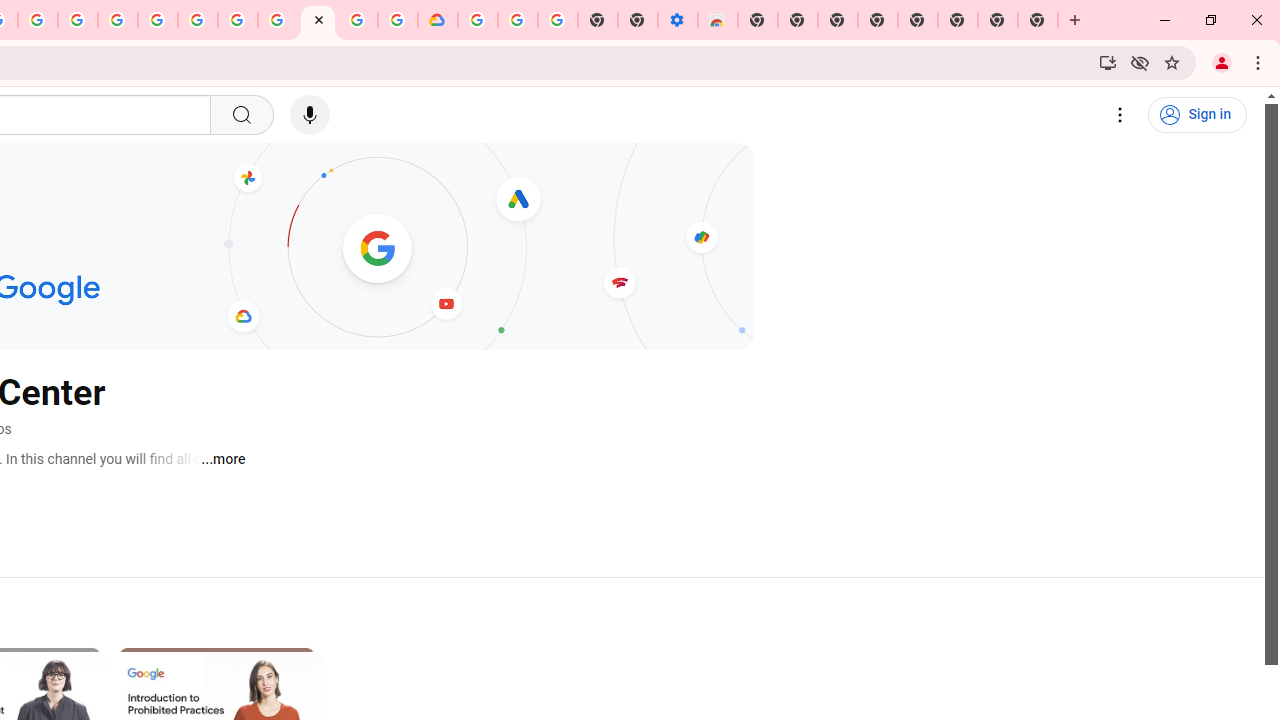 This screenshot has width=1280, height=720. I want to click on 'Android TV Policies and Guidelines - Transparency Center', so click(277, 20).